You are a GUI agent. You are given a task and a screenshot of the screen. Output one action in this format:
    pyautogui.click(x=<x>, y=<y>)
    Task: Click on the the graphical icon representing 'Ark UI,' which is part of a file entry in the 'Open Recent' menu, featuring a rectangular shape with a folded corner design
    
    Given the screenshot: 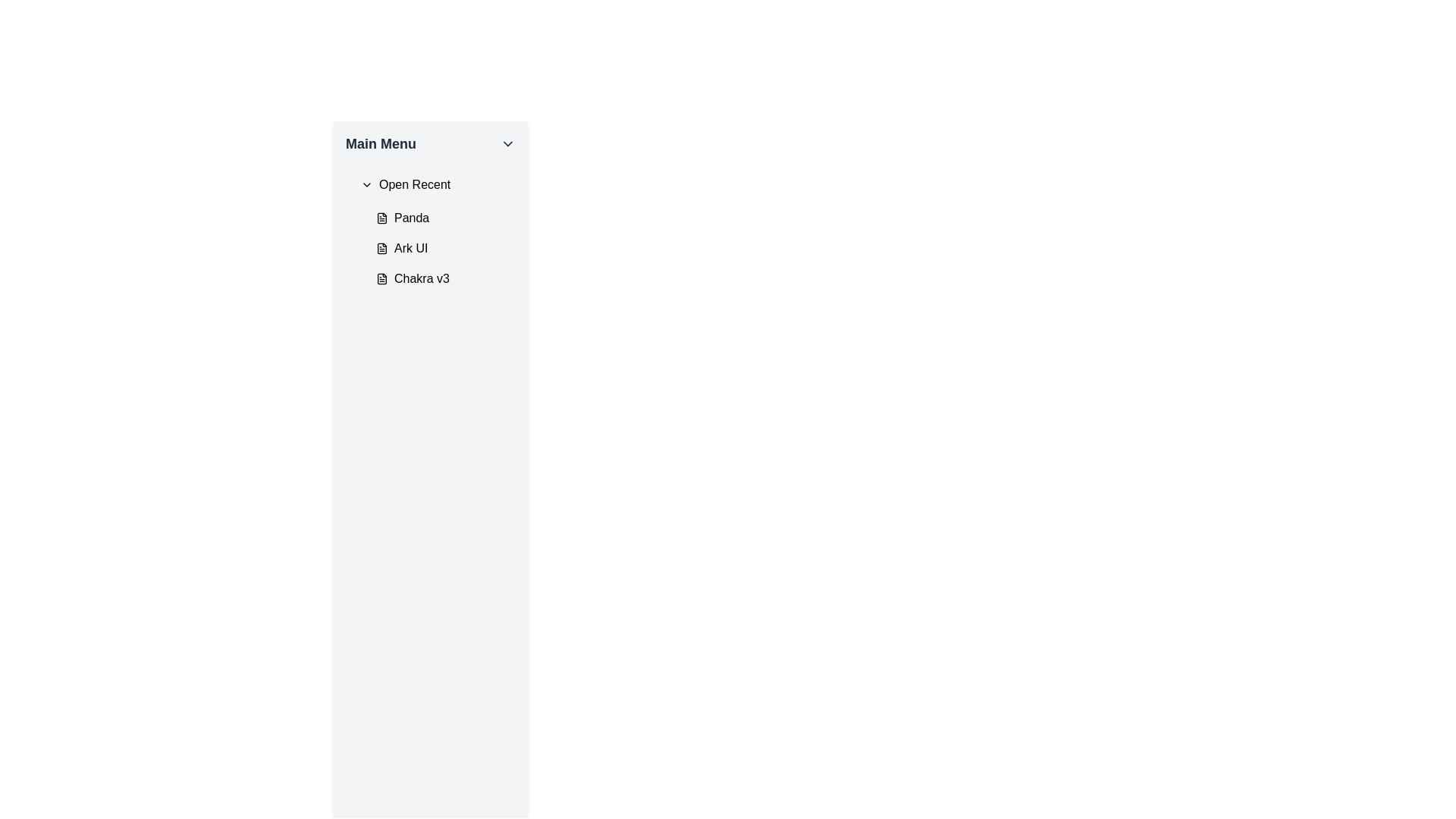 What is the action you would take?
    pyautogui.click(x=382, y=247)
    